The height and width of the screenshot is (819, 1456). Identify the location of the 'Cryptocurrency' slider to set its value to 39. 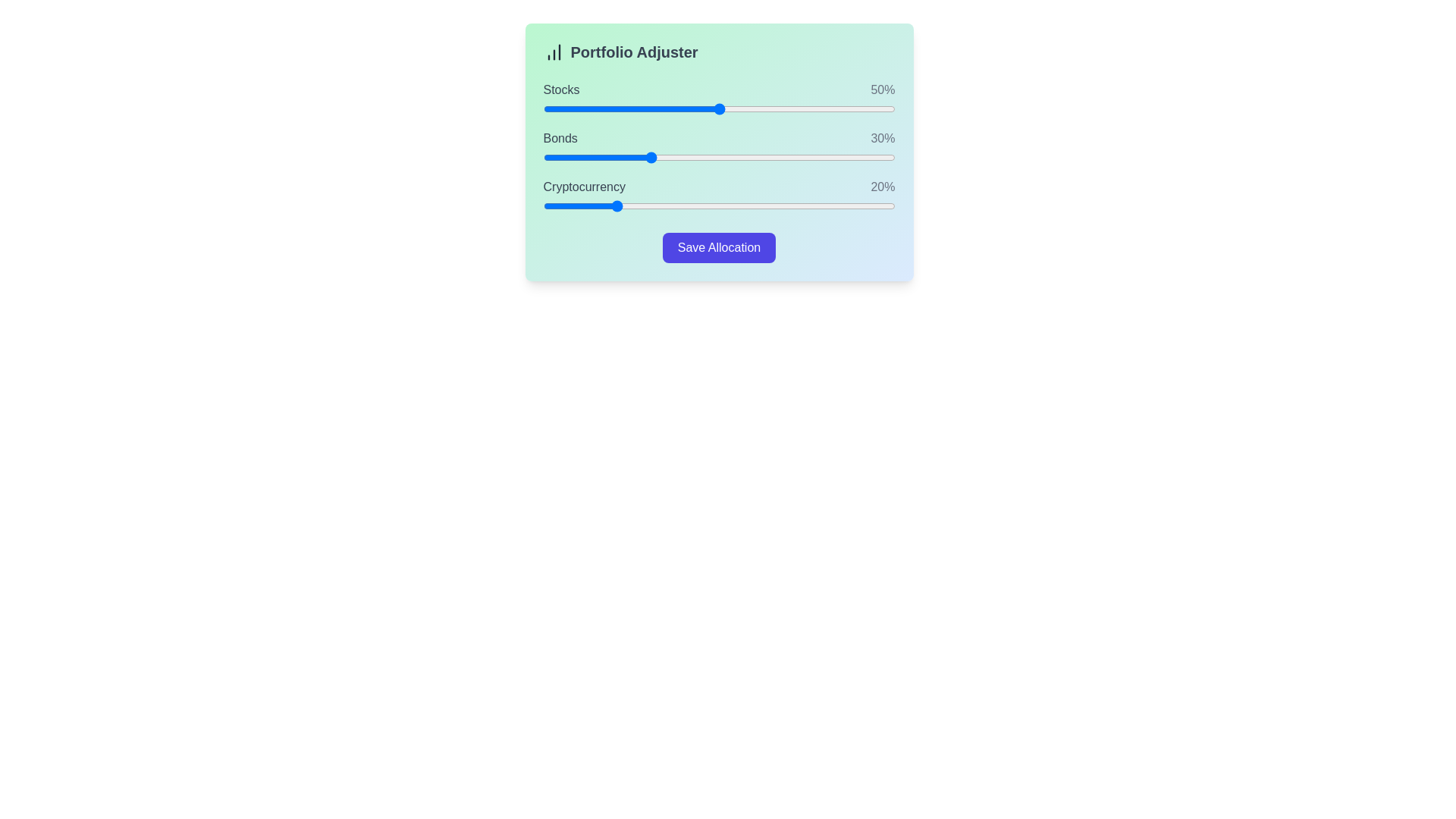
(679, 206).